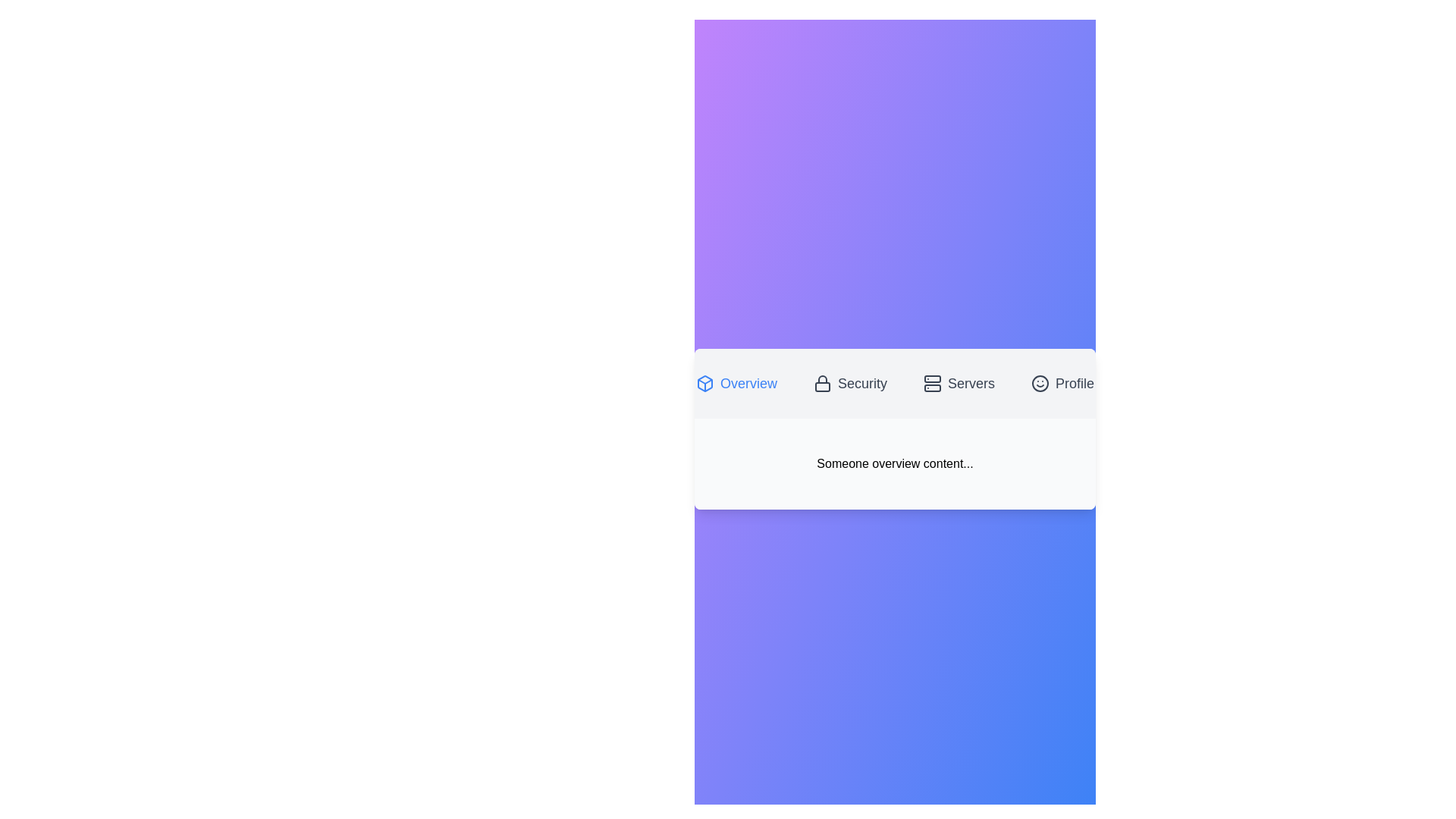 This screenshot has width=1456, height=819. Describe the element at coordinates (748, 382) in the screenshot. I see `text from the 'Overview' label located at the far left of the horizontal menu bar, which is styled in bold blue font` at that location.